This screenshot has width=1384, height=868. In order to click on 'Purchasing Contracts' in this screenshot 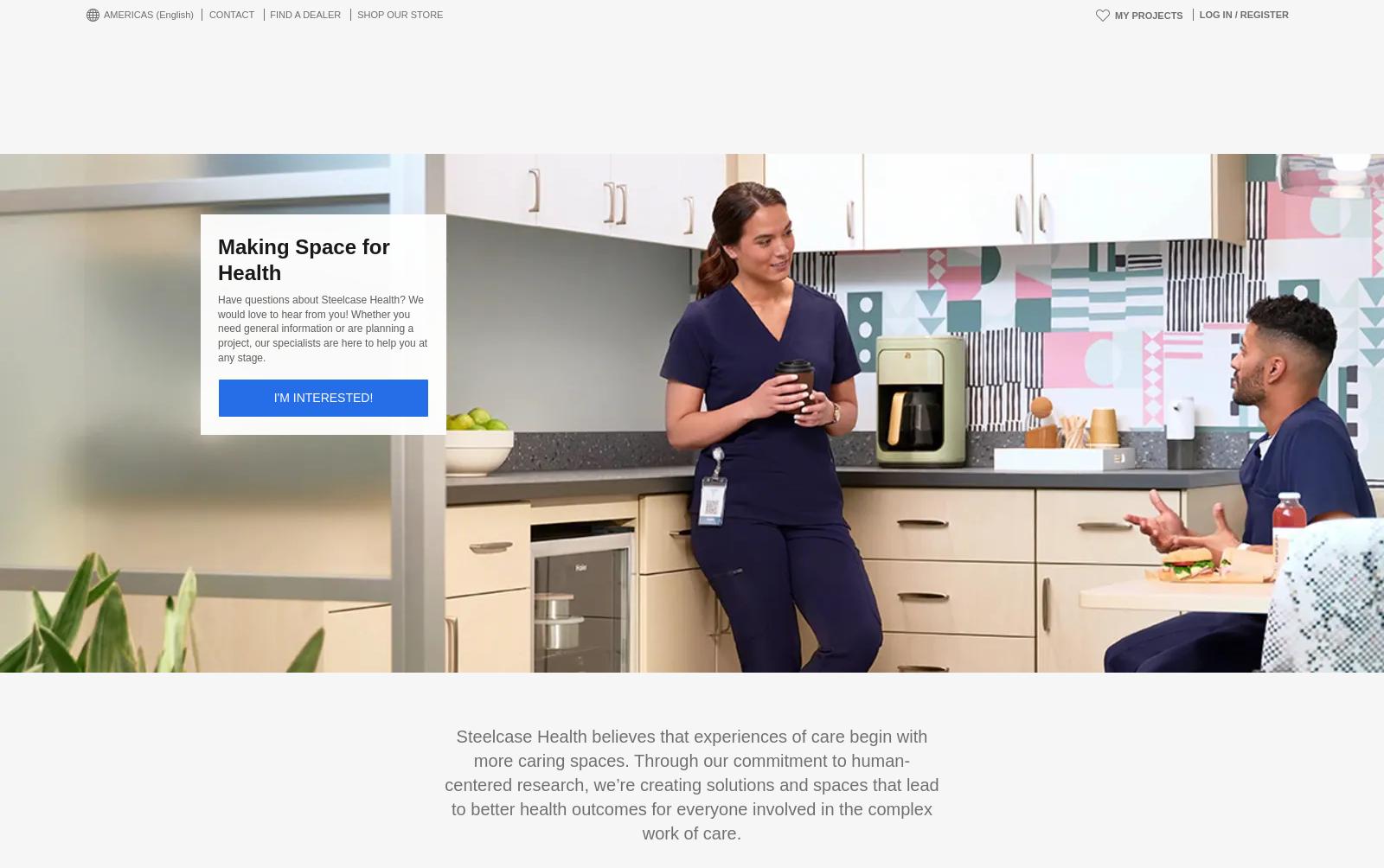, I will do `click(273, 723)`.